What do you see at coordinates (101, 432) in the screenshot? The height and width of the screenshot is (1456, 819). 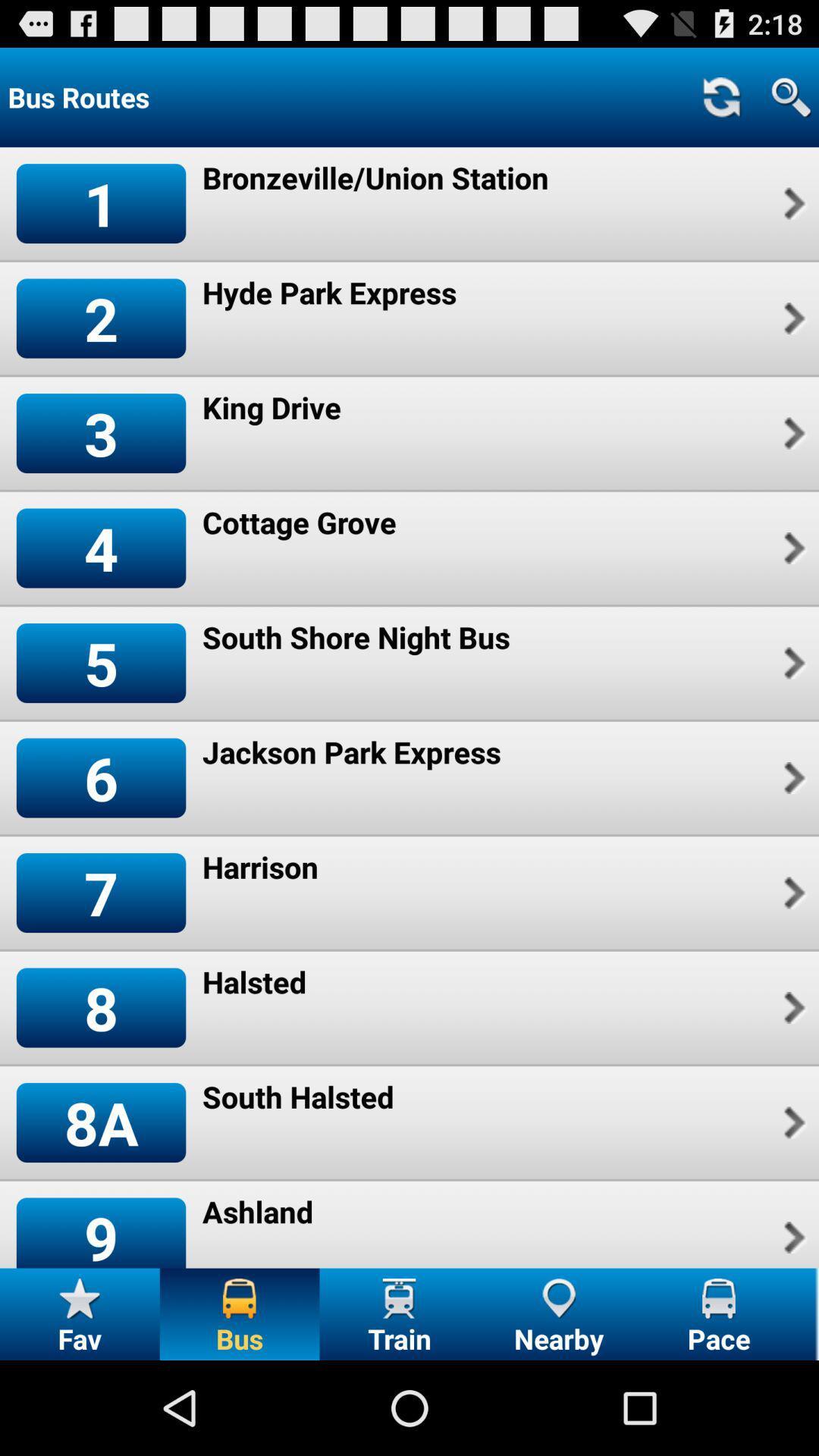 I see `icon above 4 icon` at bounding box center [101, 432].